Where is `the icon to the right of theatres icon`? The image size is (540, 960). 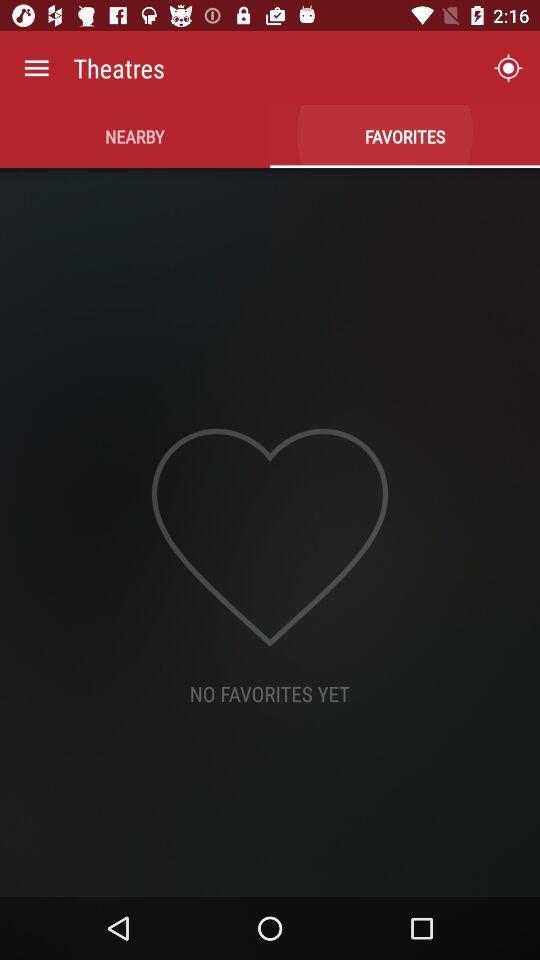 the icon to the right of theatres icon is located at coordinates (508, 68).